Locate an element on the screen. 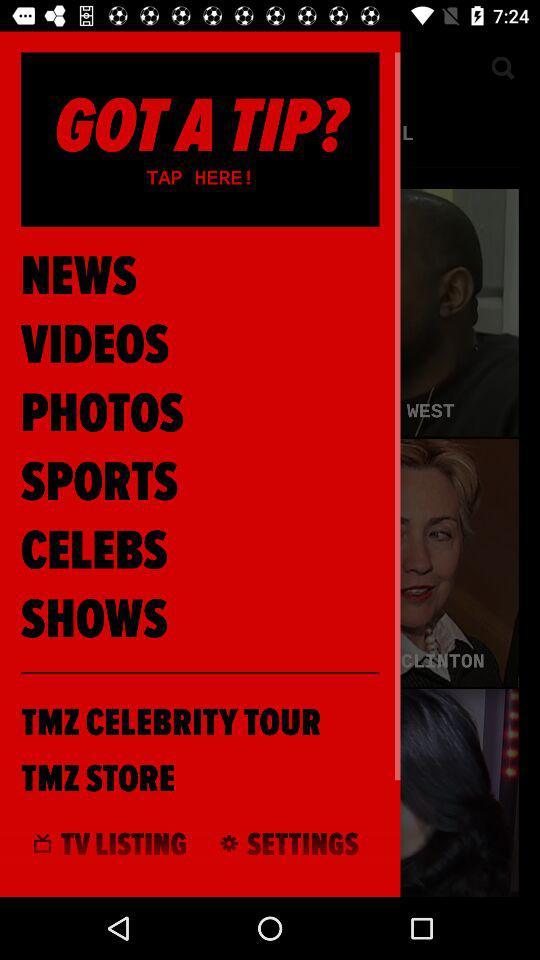 This screenshot has height=960, width=540. the search icon is located at coordinates (501, 66).